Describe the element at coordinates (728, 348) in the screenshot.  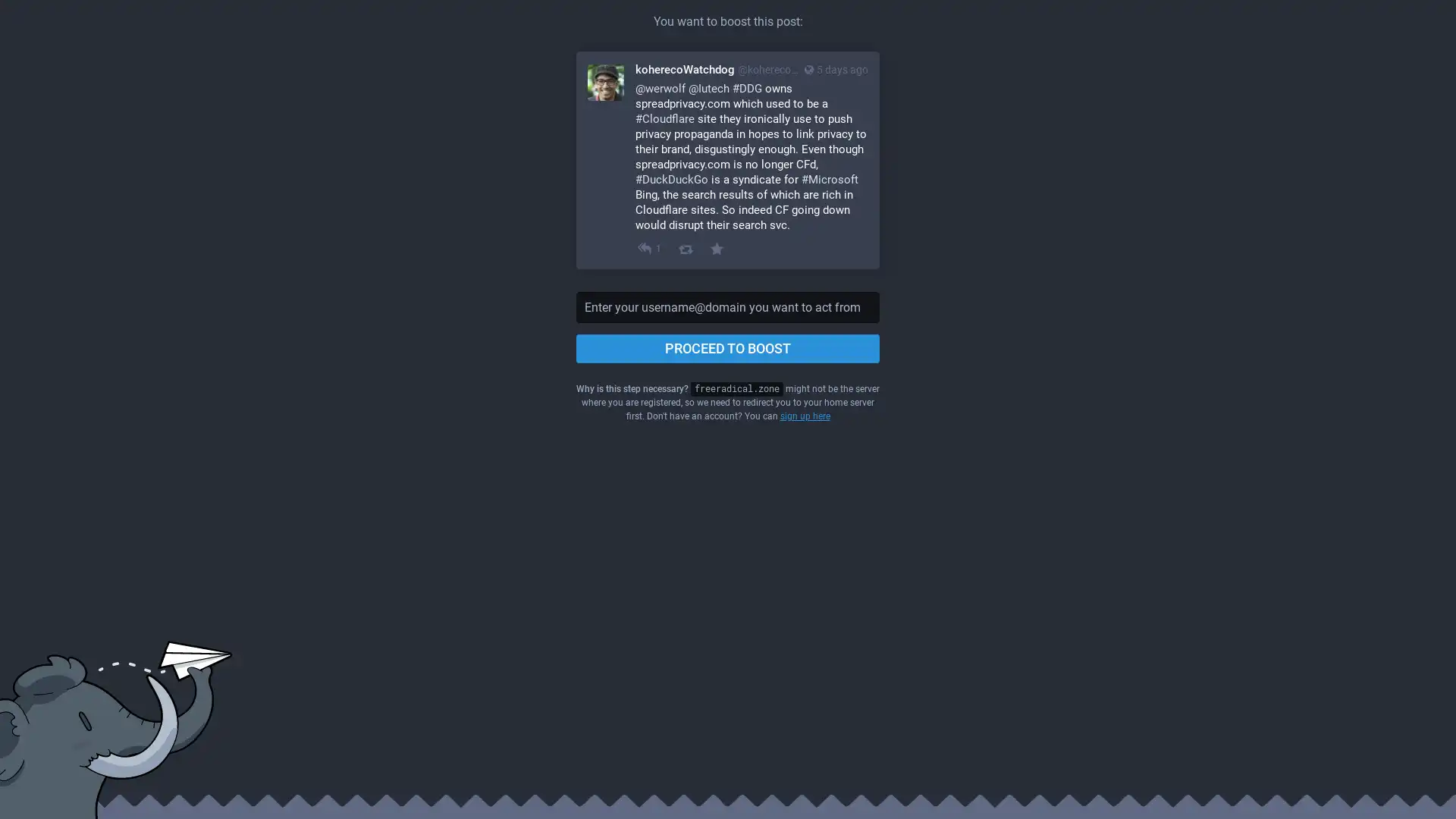
I see `PROCEED TO BOOST` at that location.